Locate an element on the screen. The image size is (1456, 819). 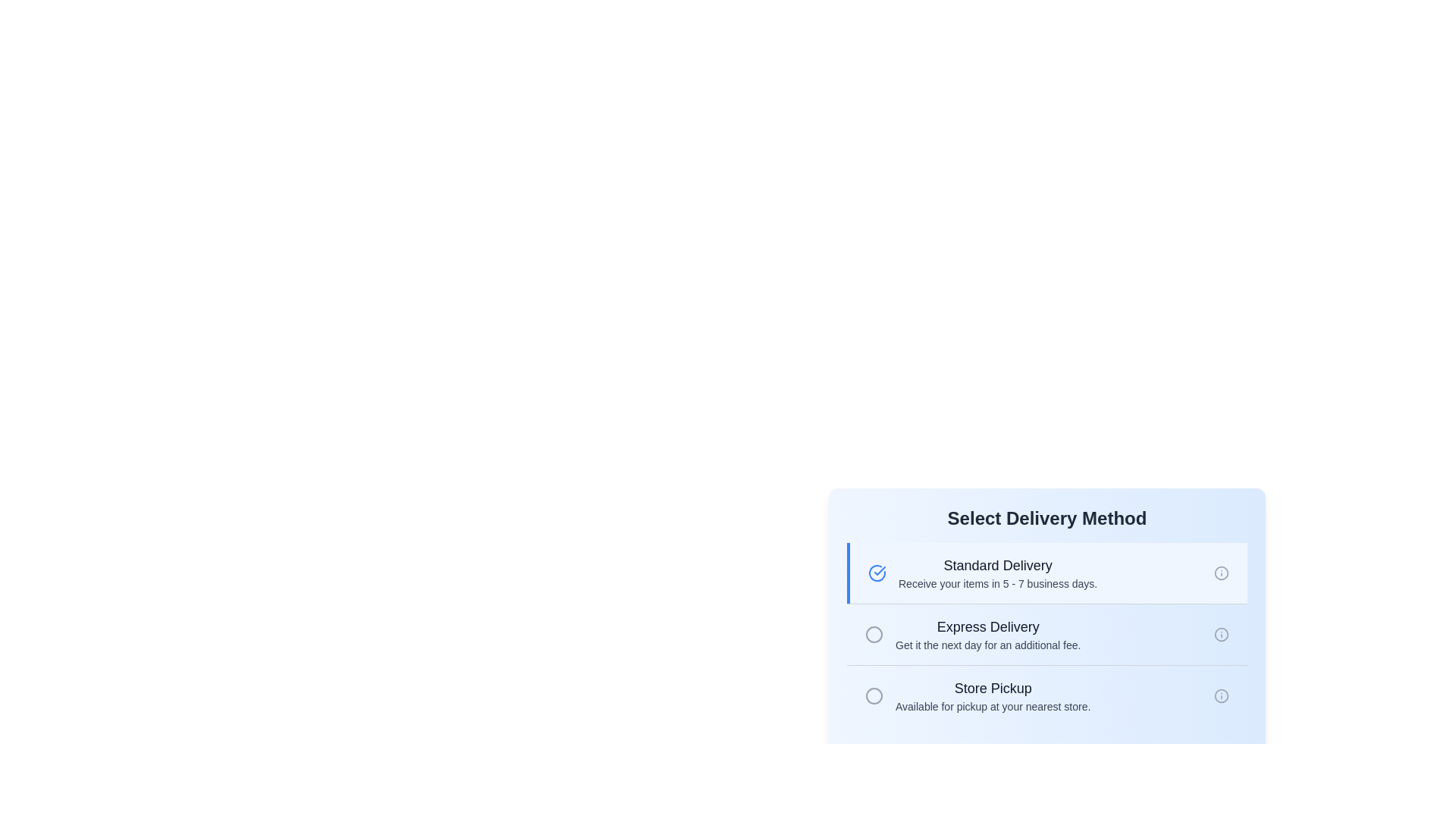
the circular checkmark icon that indicates the 'Standard Delivery' option is selected is located at coordinates (880, 570).